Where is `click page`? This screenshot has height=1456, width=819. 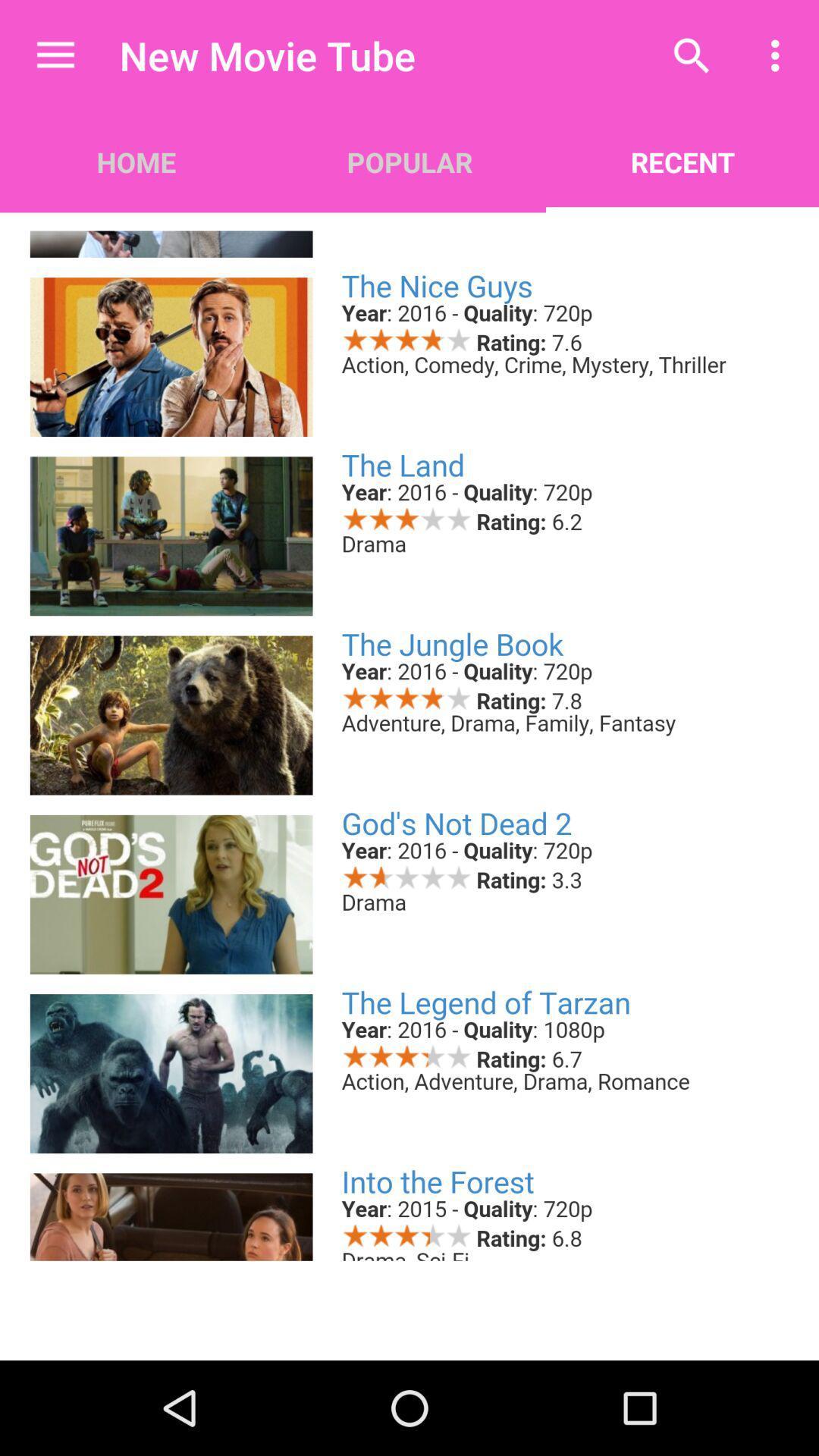 click page is located at coordinates (409, 736).